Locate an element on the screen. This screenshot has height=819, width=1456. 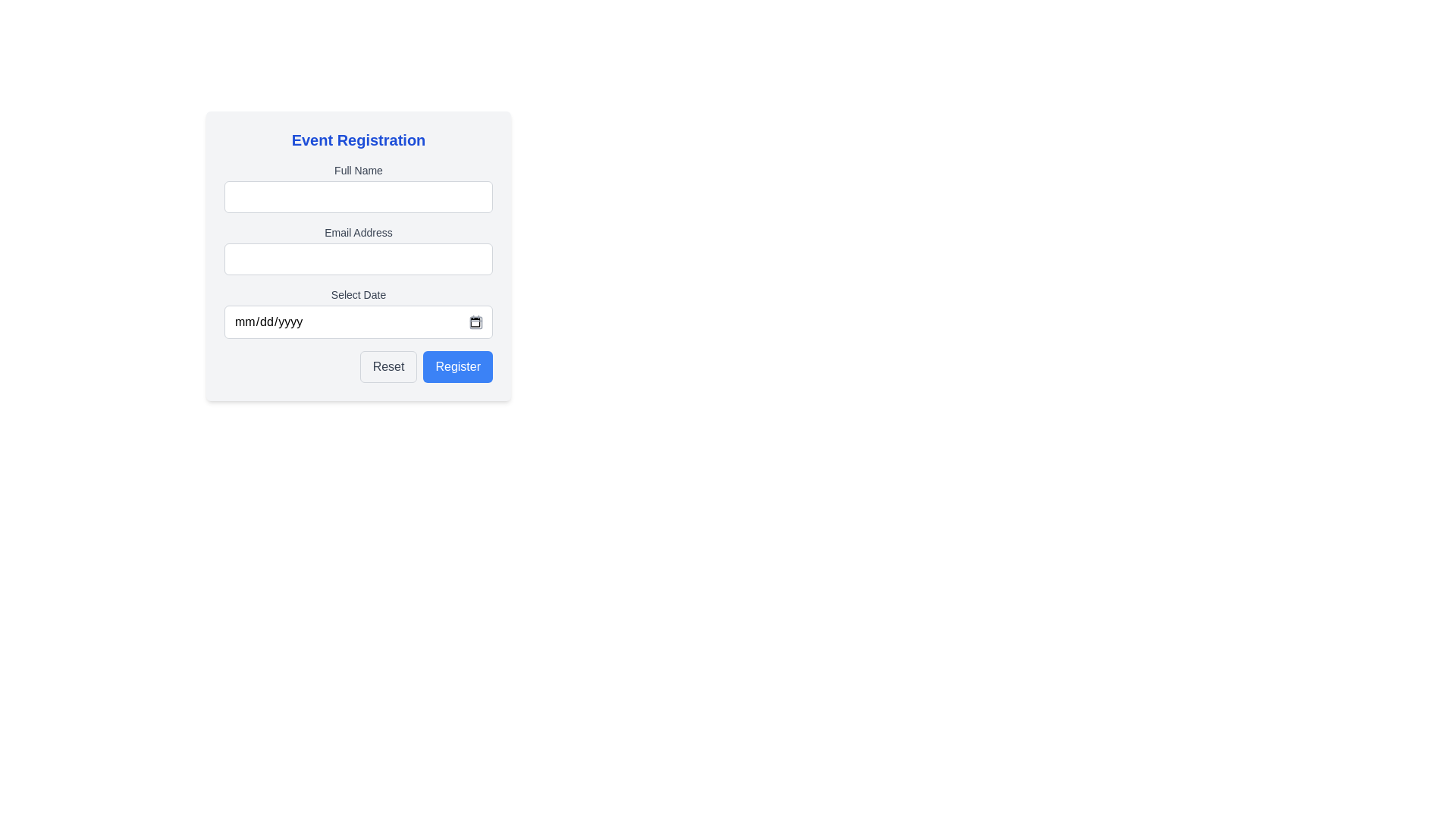
the second button in the bottom-right corner of the registration form is located at coordinates (457, 366).